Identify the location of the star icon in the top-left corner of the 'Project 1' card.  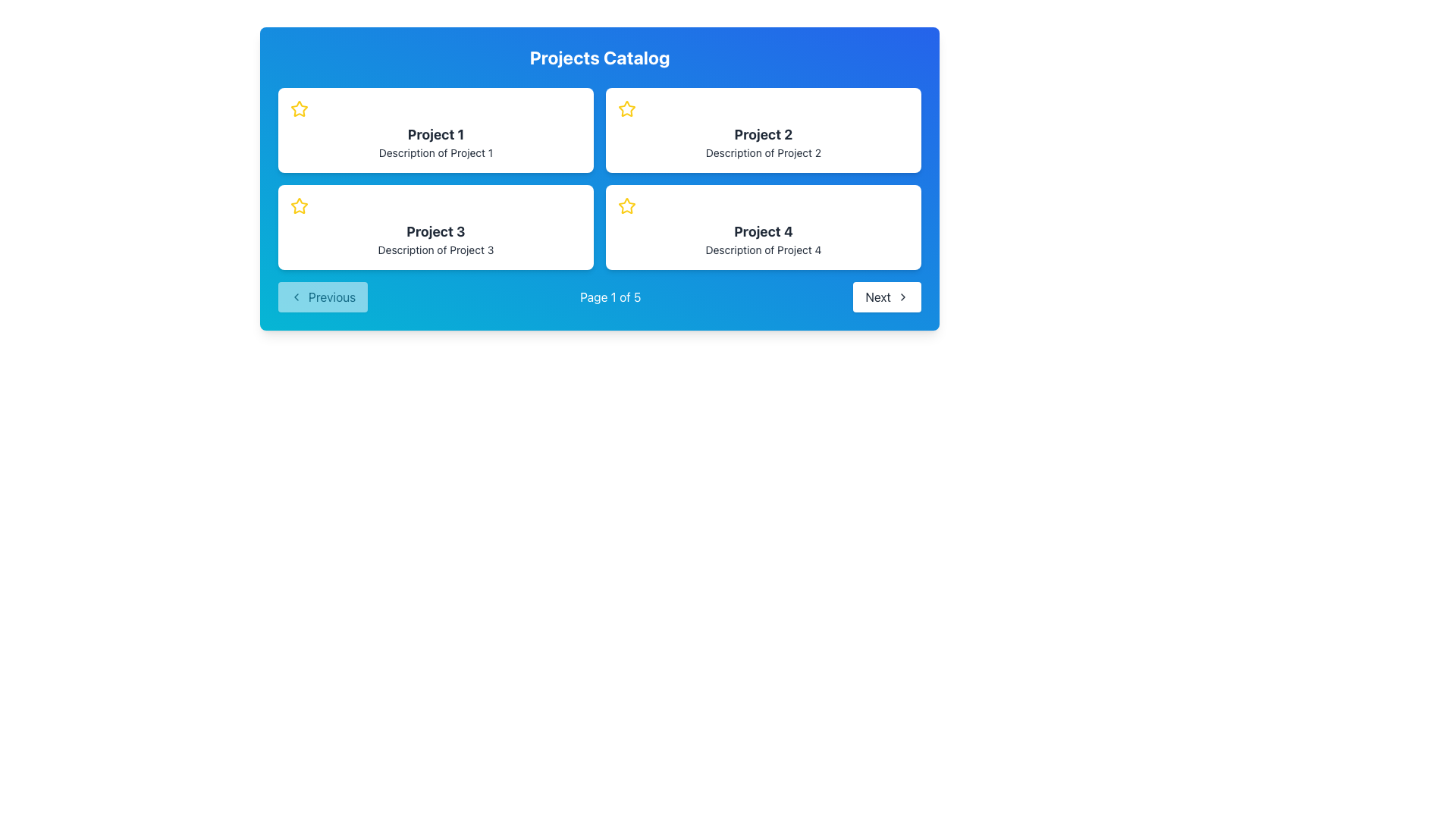
(299, 108).